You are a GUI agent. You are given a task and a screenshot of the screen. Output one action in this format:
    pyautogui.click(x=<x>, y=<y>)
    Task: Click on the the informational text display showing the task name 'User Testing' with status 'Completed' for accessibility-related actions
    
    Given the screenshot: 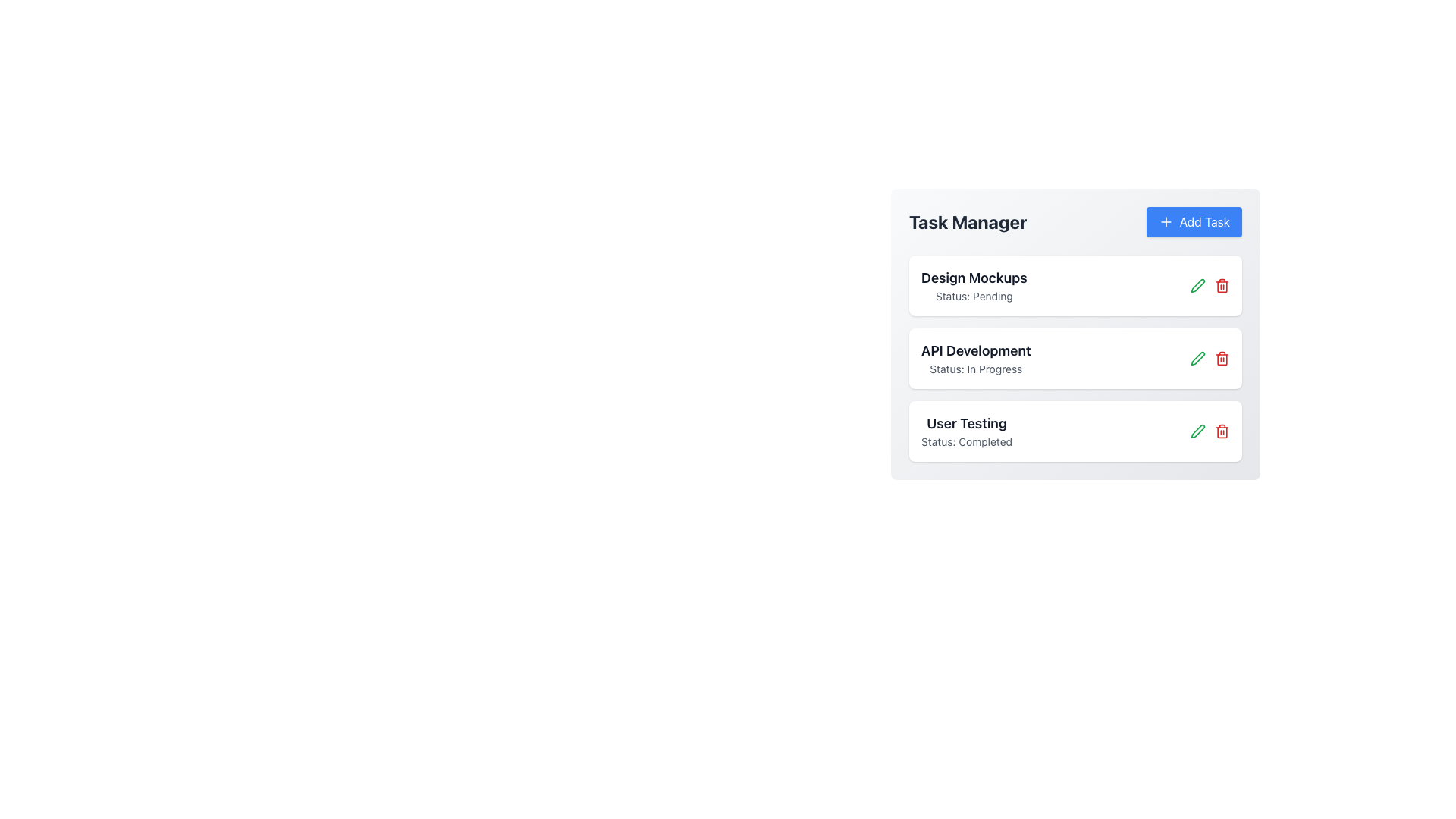 What is the action you would take?
    pyautogui.click(x=966, y=431)
    